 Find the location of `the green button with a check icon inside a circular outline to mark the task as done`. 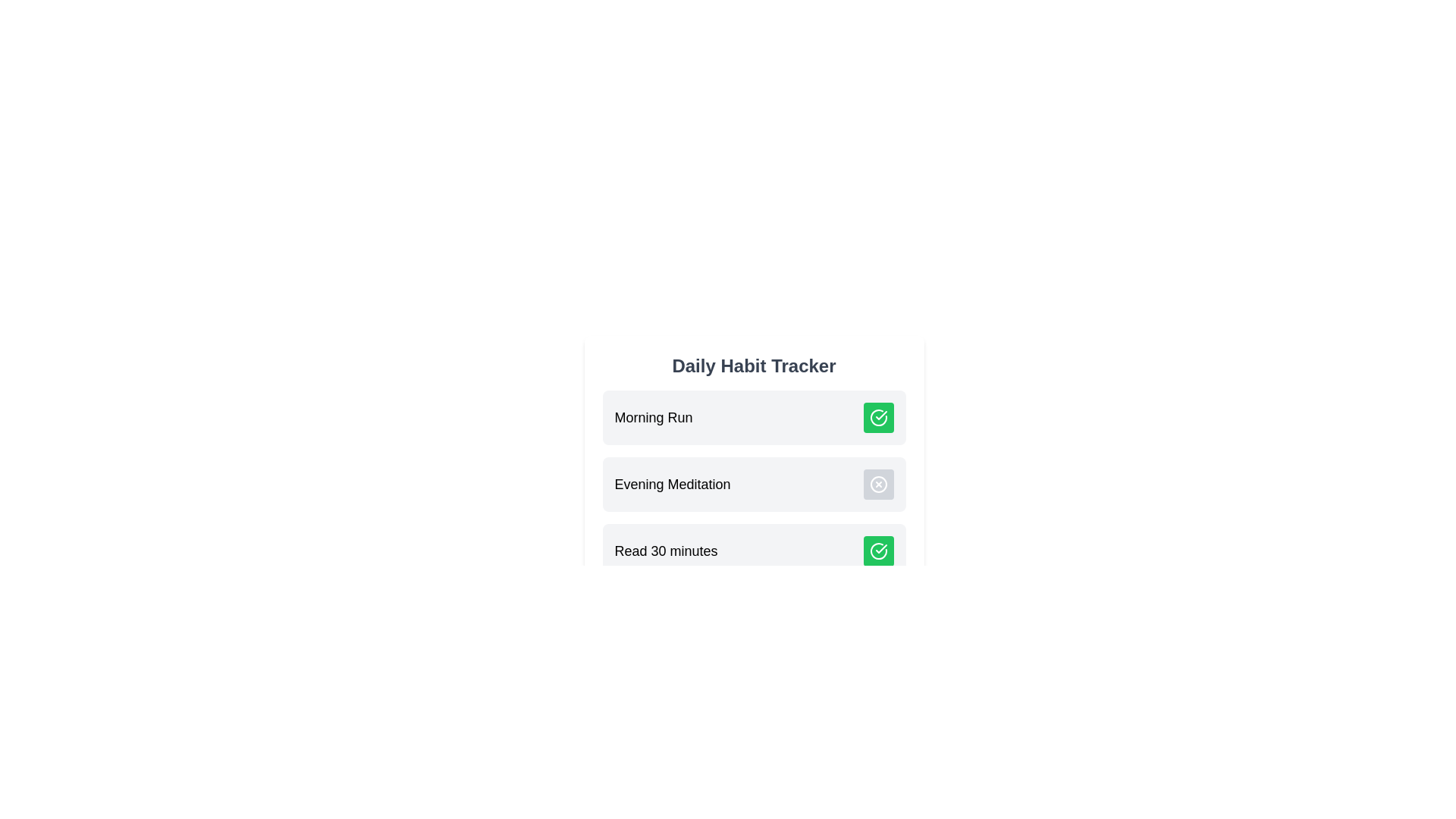

the green button with a check icon inside a circular outline to mark the task as done is located at coordinates (878, 551).